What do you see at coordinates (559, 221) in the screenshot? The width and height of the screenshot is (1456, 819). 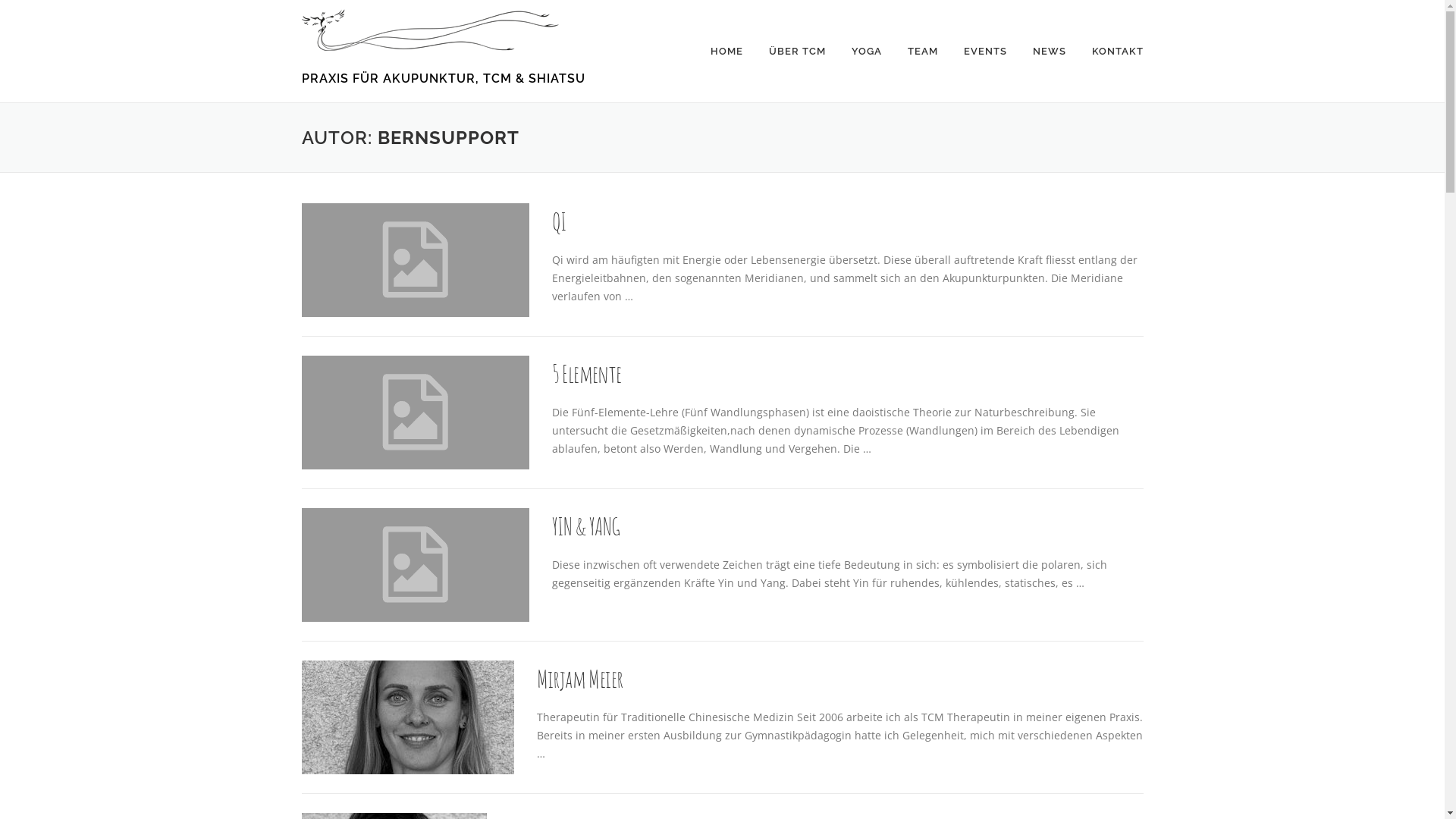 I see `'QI'` at bounding box center [559, 221].